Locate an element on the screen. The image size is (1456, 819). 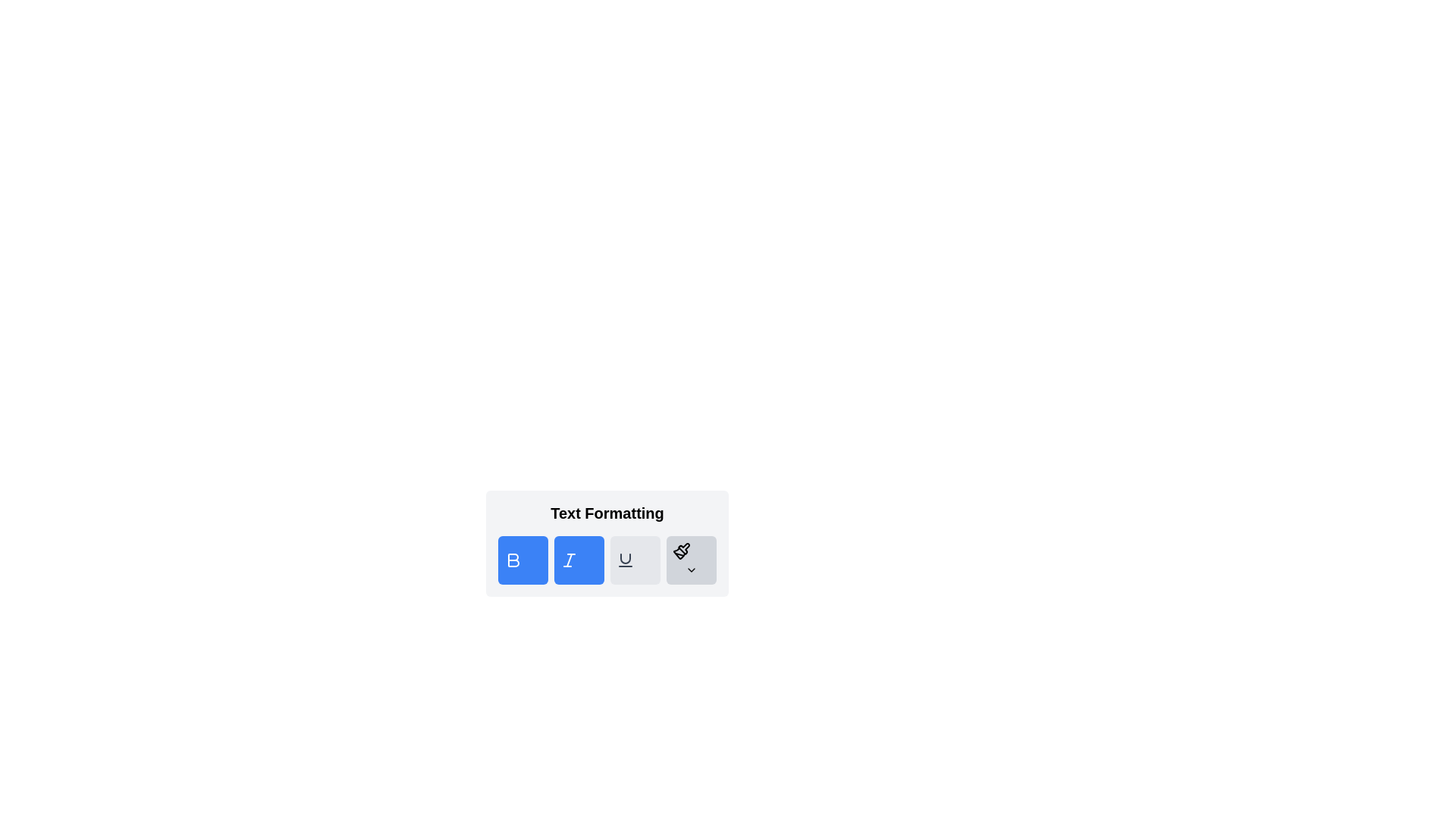
the bold format button with a centered 'B' character in a solid blue background, located in the bottom-left side of the formatting toolbar is located at coordinates (513, 560).